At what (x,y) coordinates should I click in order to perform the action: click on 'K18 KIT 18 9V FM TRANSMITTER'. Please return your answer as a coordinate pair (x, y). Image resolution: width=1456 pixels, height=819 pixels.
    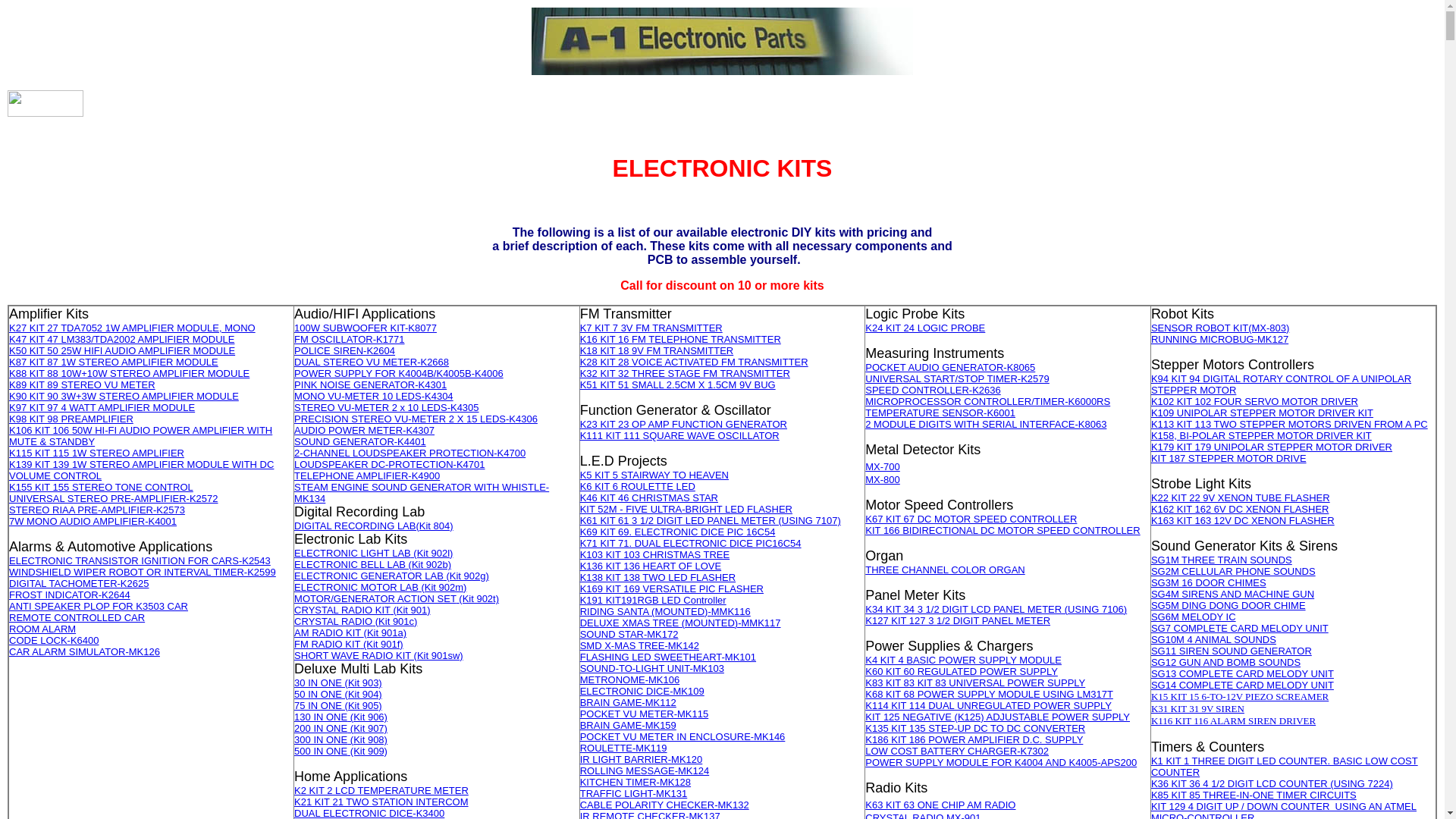
    Looking at the image, I should click on (657, 350).